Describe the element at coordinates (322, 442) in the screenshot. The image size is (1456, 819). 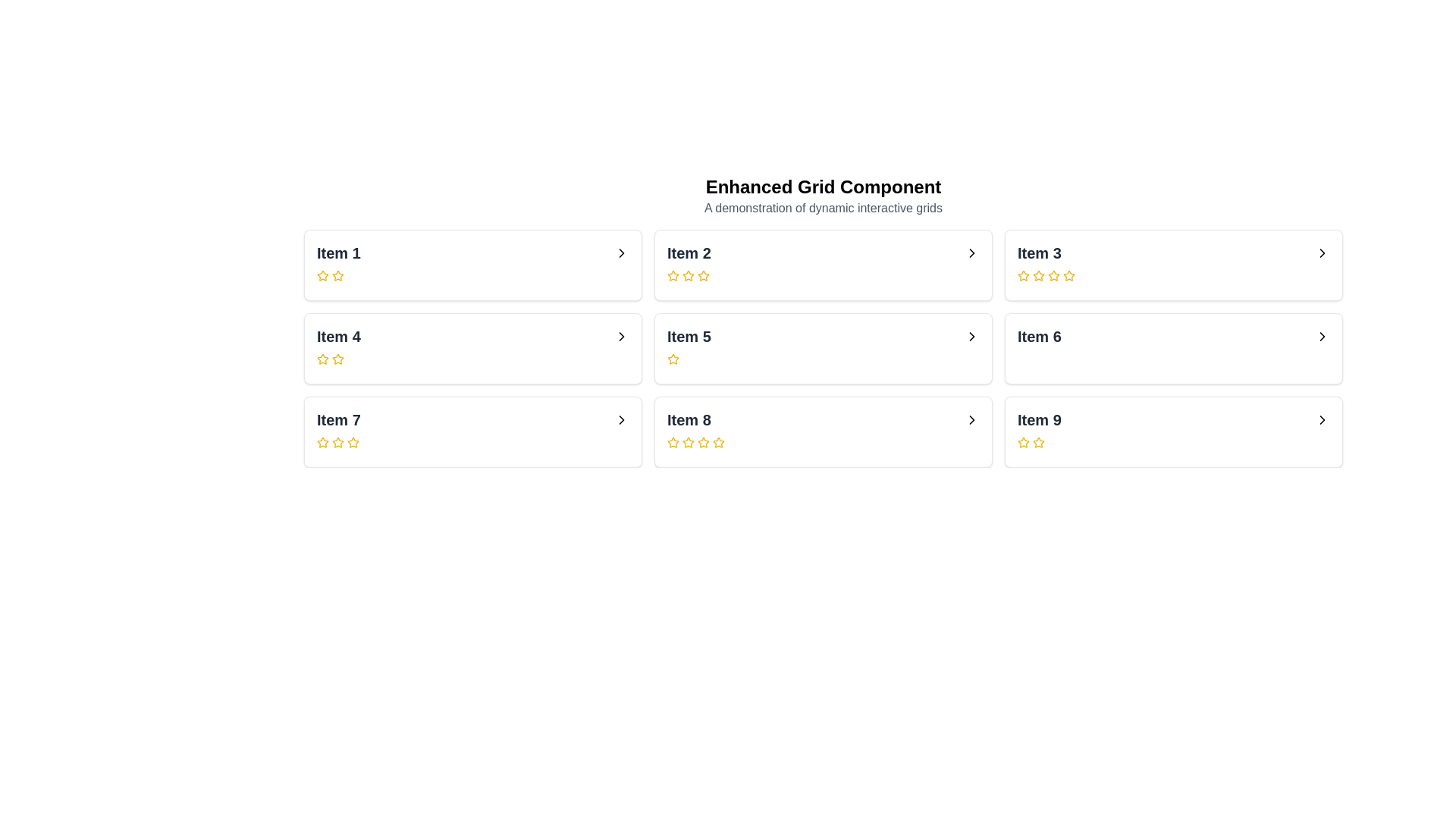
I see `the second star in the rating component of 'Item 7' to set or modify its rating` at that location.